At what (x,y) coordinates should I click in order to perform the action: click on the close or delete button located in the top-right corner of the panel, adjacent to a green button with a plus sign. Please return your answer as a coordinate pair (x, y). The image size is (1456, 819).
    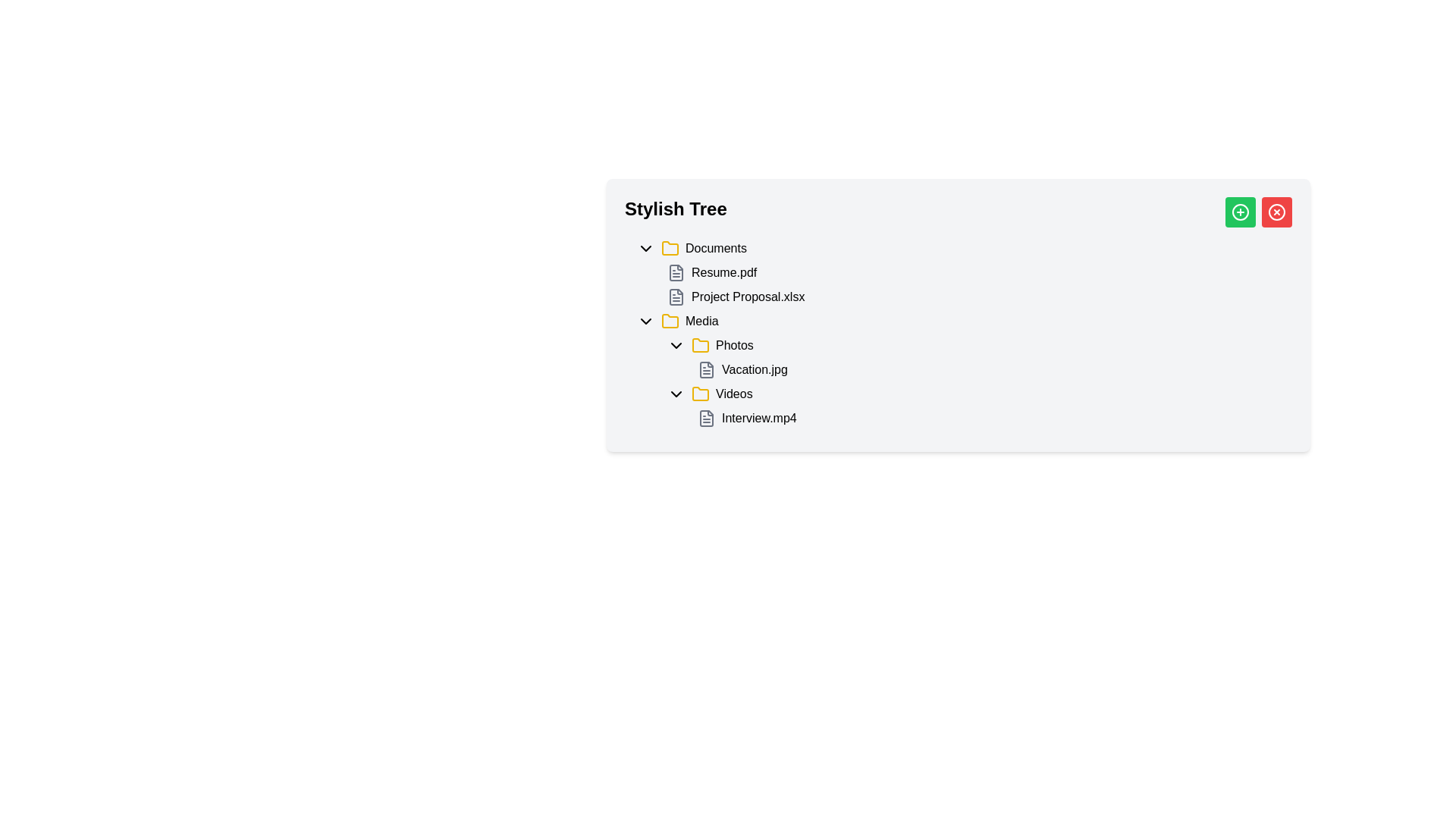
    Looking at the image, I should click on (1276, 212).